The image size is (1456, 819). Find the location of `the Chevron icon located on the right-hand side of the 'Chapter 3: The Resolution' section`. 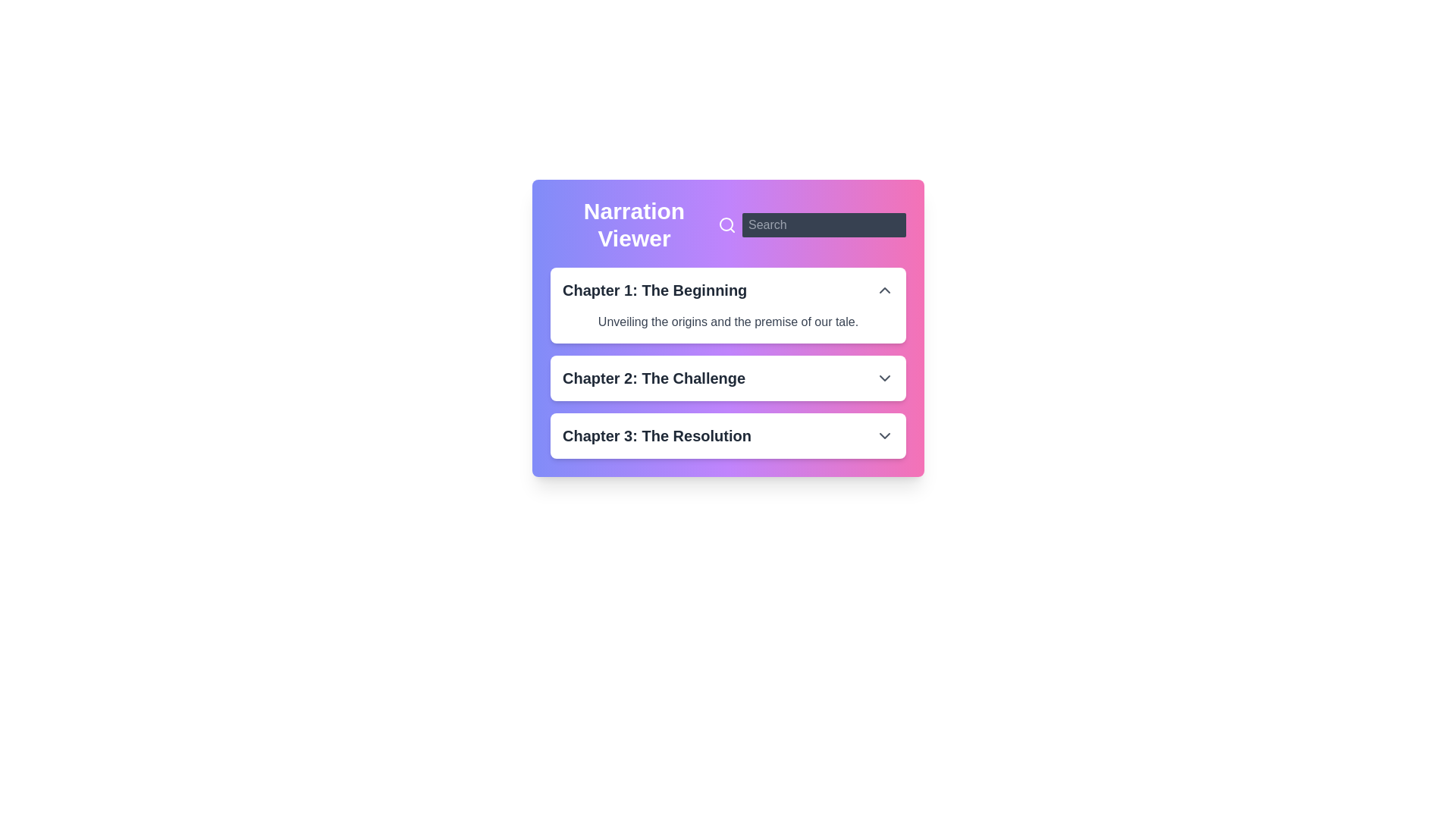

the Chevron icon located on the right-hand side of the 'Chapter 3: The Resolution' section is located at coordinates (884, 435).